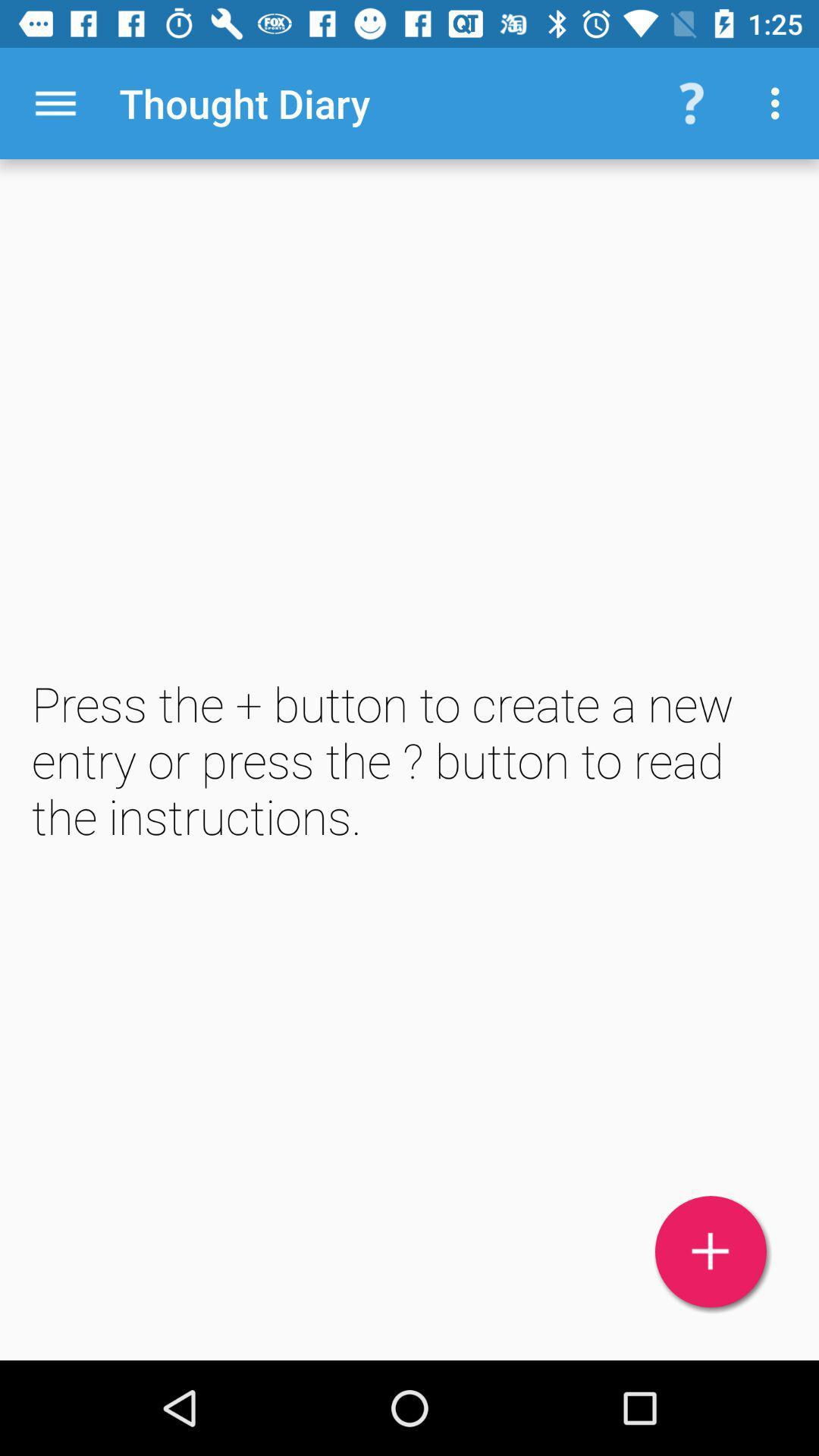 This screenshot has width=819, height=1456. Describe the element at coordinates (779, 102) in the screenshot. I see `the item above the press the button item` at that location.